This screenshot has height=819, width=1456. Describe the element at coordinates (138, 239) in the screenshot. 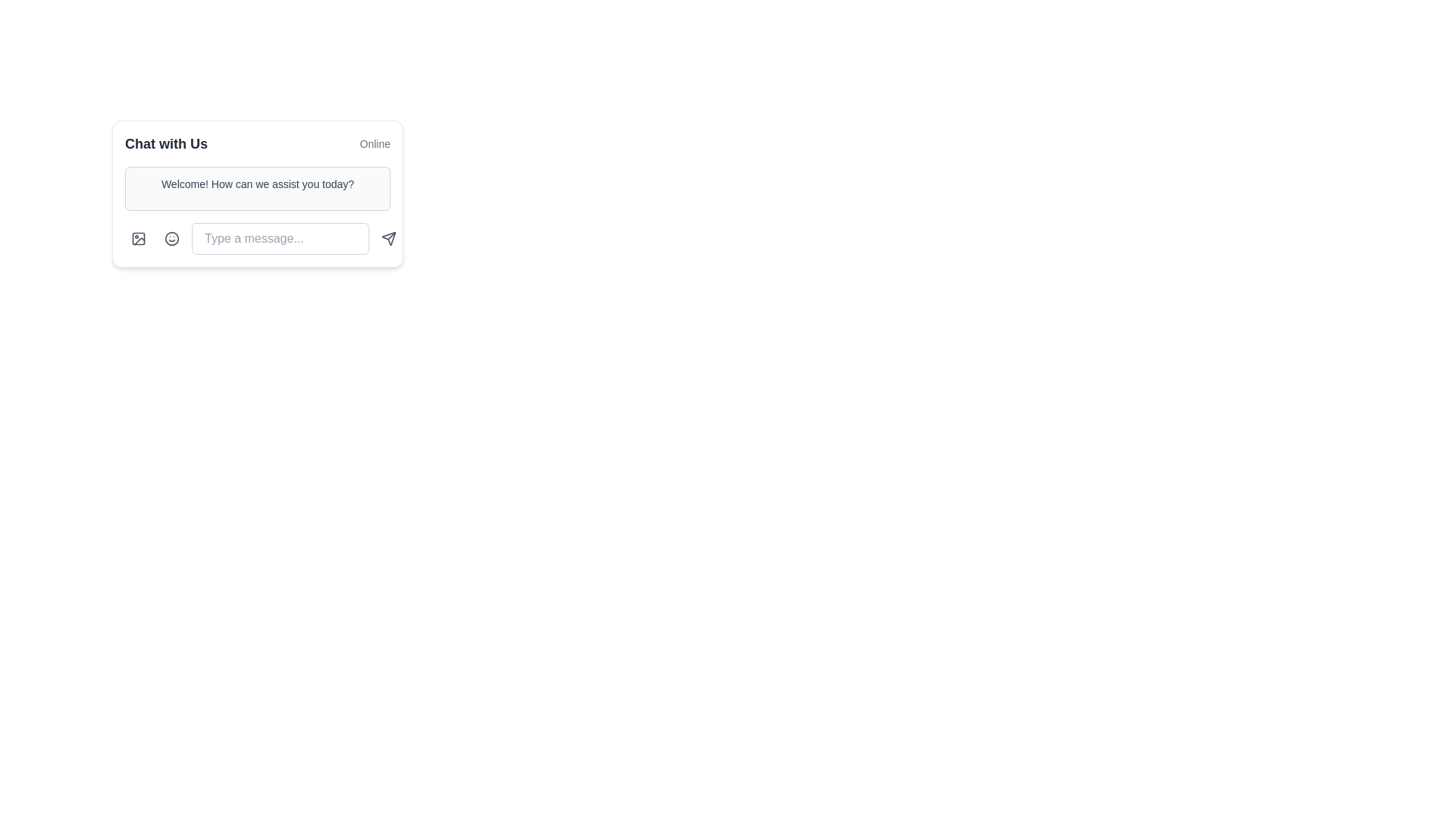

I see `the landscape icon button located on the leftmost side of the chat input interface` at that location.